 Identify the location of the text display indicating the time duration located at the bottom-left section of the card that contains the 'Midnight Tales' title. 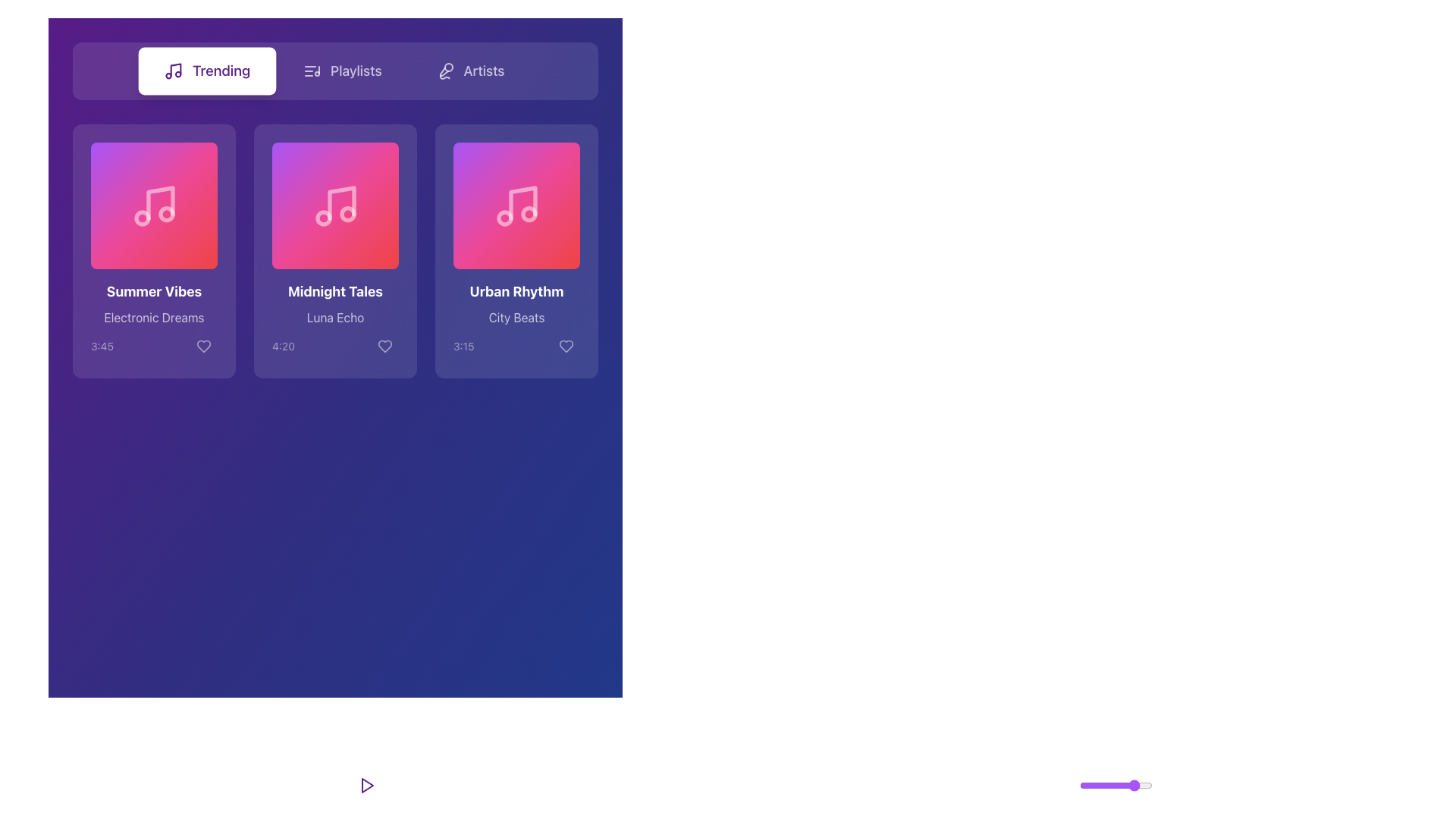
(284, 346).